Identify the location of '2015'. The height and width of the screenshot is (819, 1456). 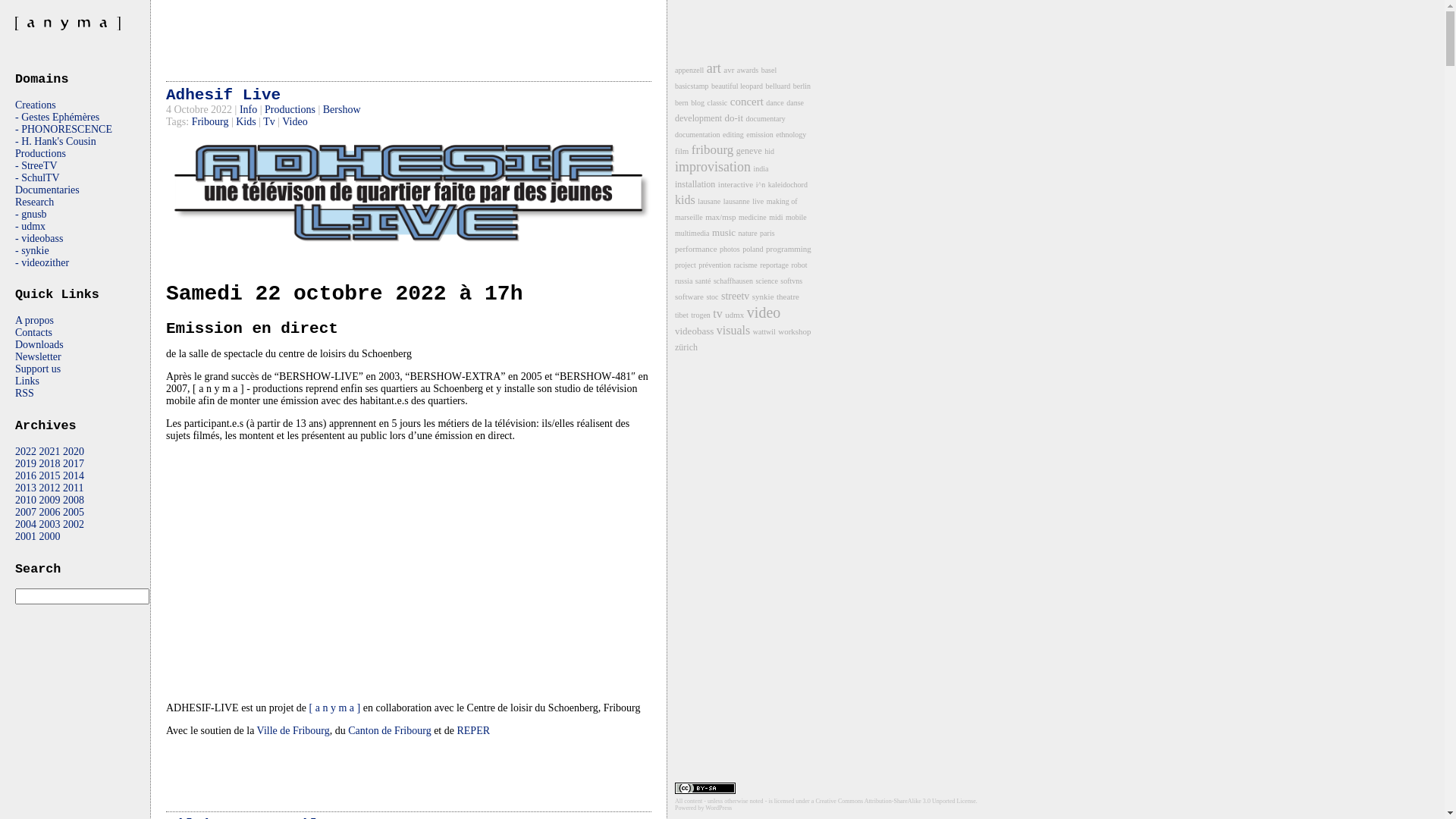
(50, 475).